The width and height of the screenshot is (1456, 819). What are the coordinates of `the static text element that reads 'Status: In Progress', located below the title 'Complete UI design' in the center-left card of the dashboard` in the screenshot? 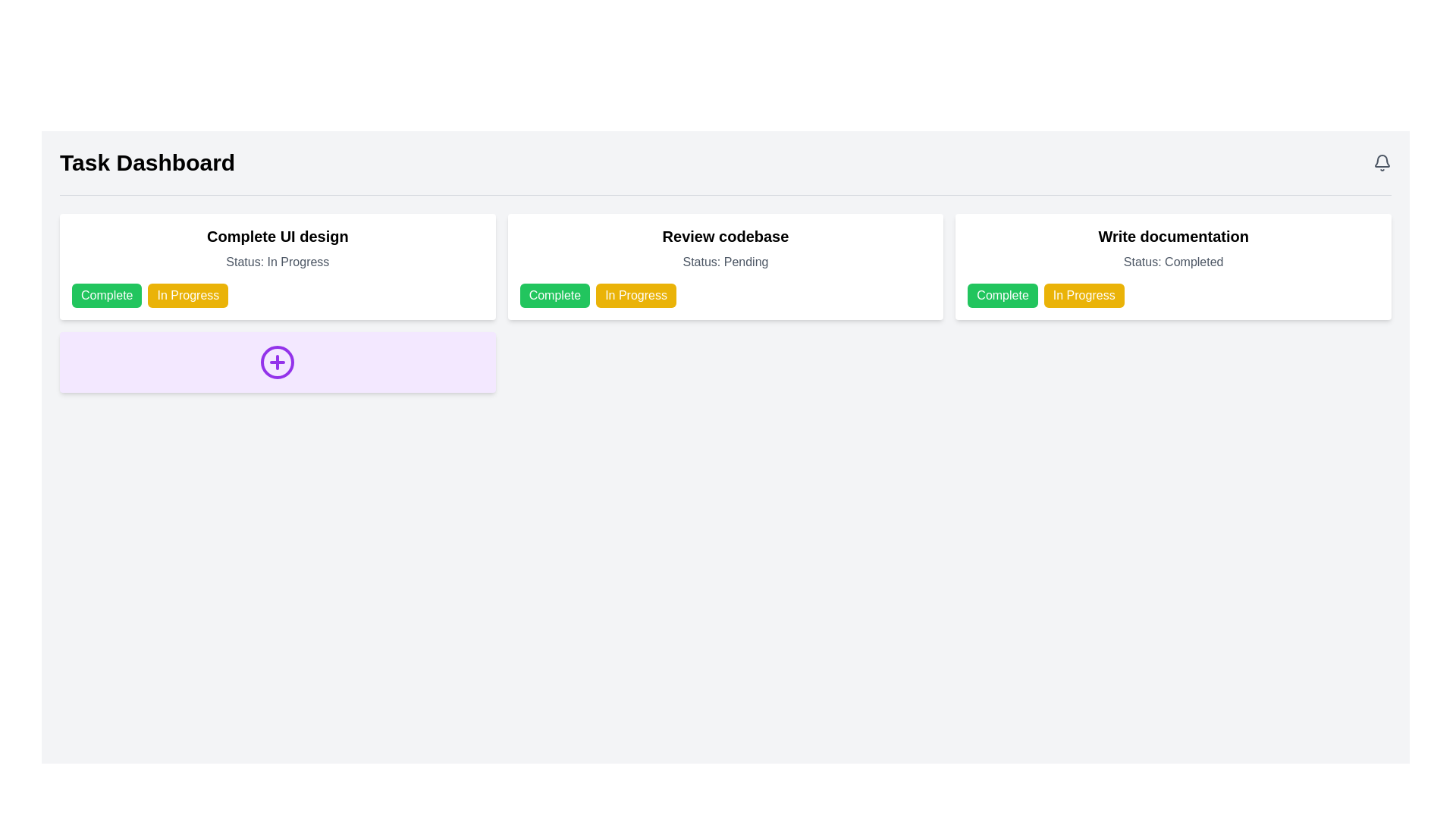 It's located at (278, 262).